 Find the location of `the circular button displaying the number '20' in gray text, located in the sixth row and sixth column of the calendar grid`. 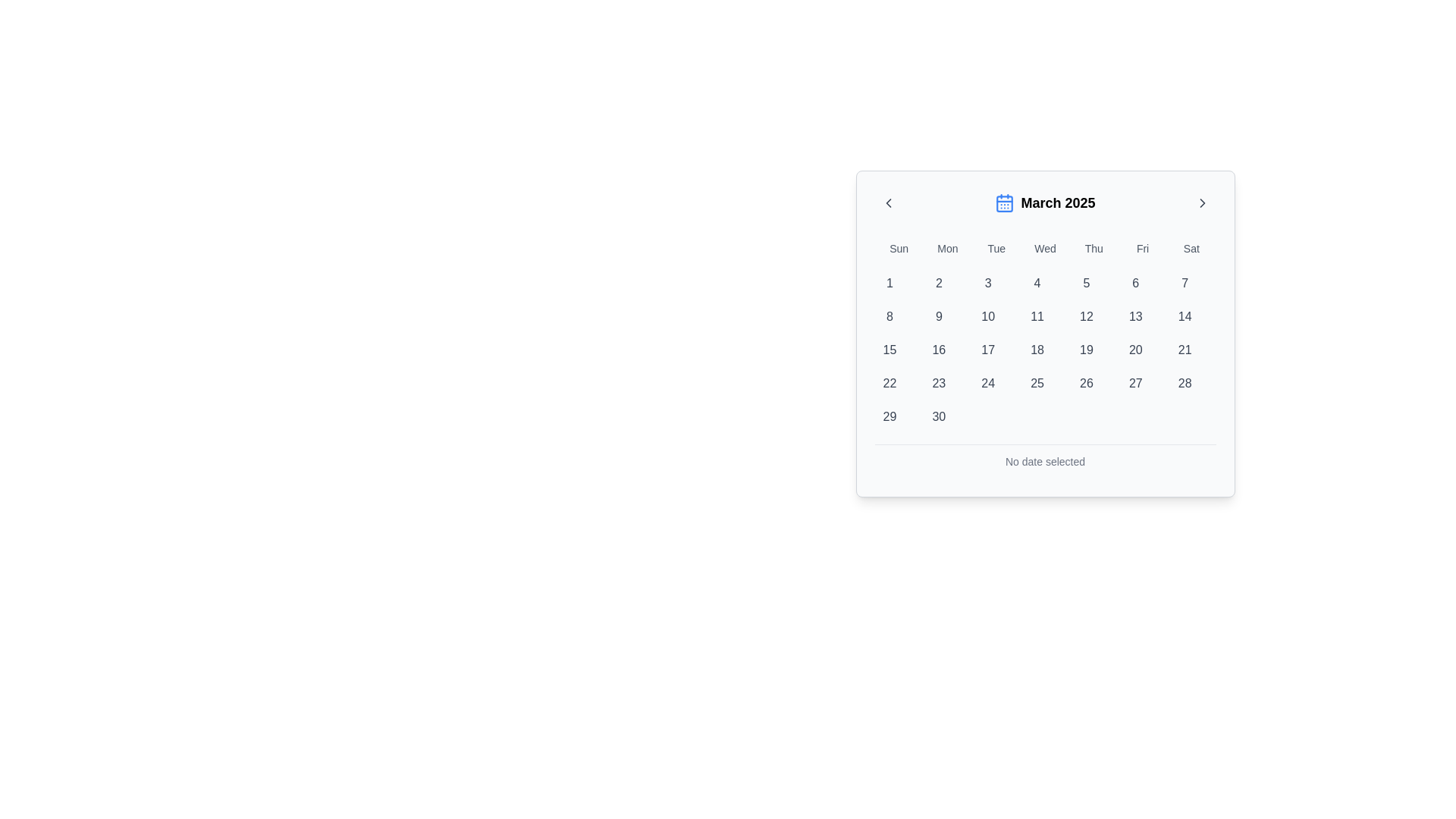

the circular button displaying the number '20' in gray text, located in the sixth row and sixth column of the calendar grid is located at coordinates (1135, 350).